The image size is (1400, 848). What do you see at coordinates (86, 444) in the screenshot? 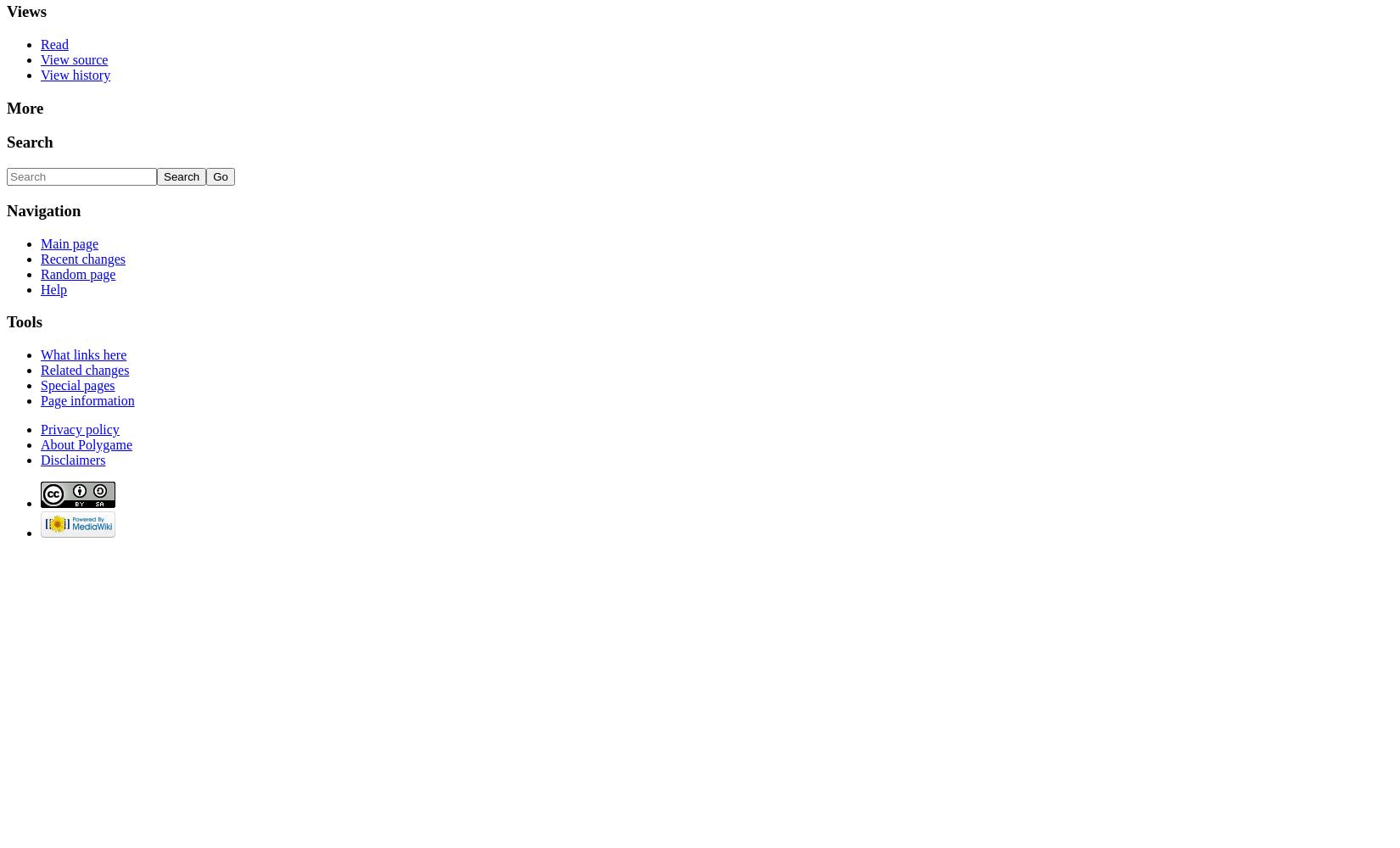
I see `'About Polygame'` at bounding box center [86, 444].